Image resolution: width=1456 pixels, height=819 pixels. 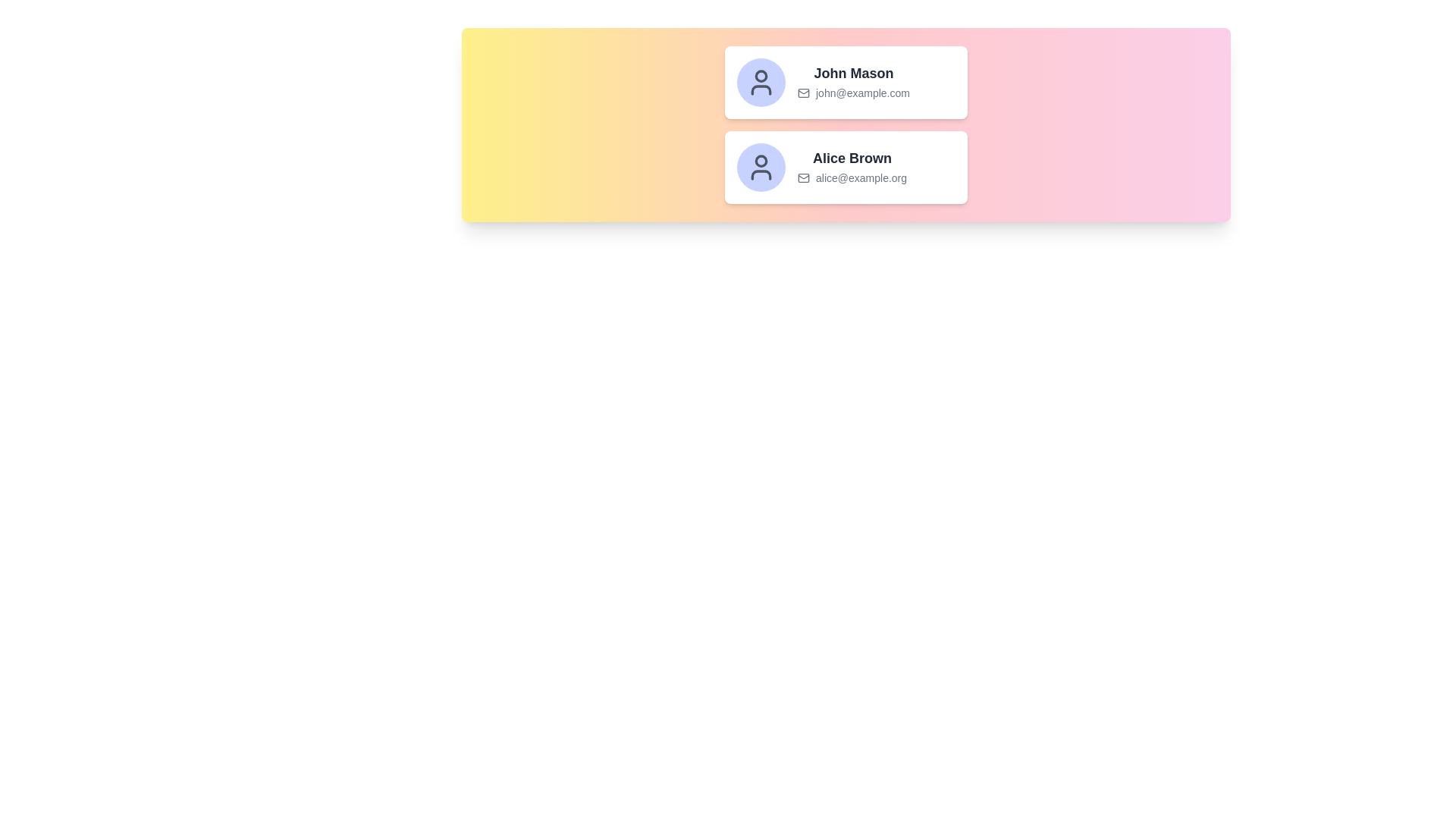 What do you see at coordinates (852, 177) in the screenshot?
I see `the email address displayed as 'alice@example.org' preceded by an envelope icon, located below 'Alice Brown' in the second card of a vertically stacked layout` at bounding box center [852, 177].